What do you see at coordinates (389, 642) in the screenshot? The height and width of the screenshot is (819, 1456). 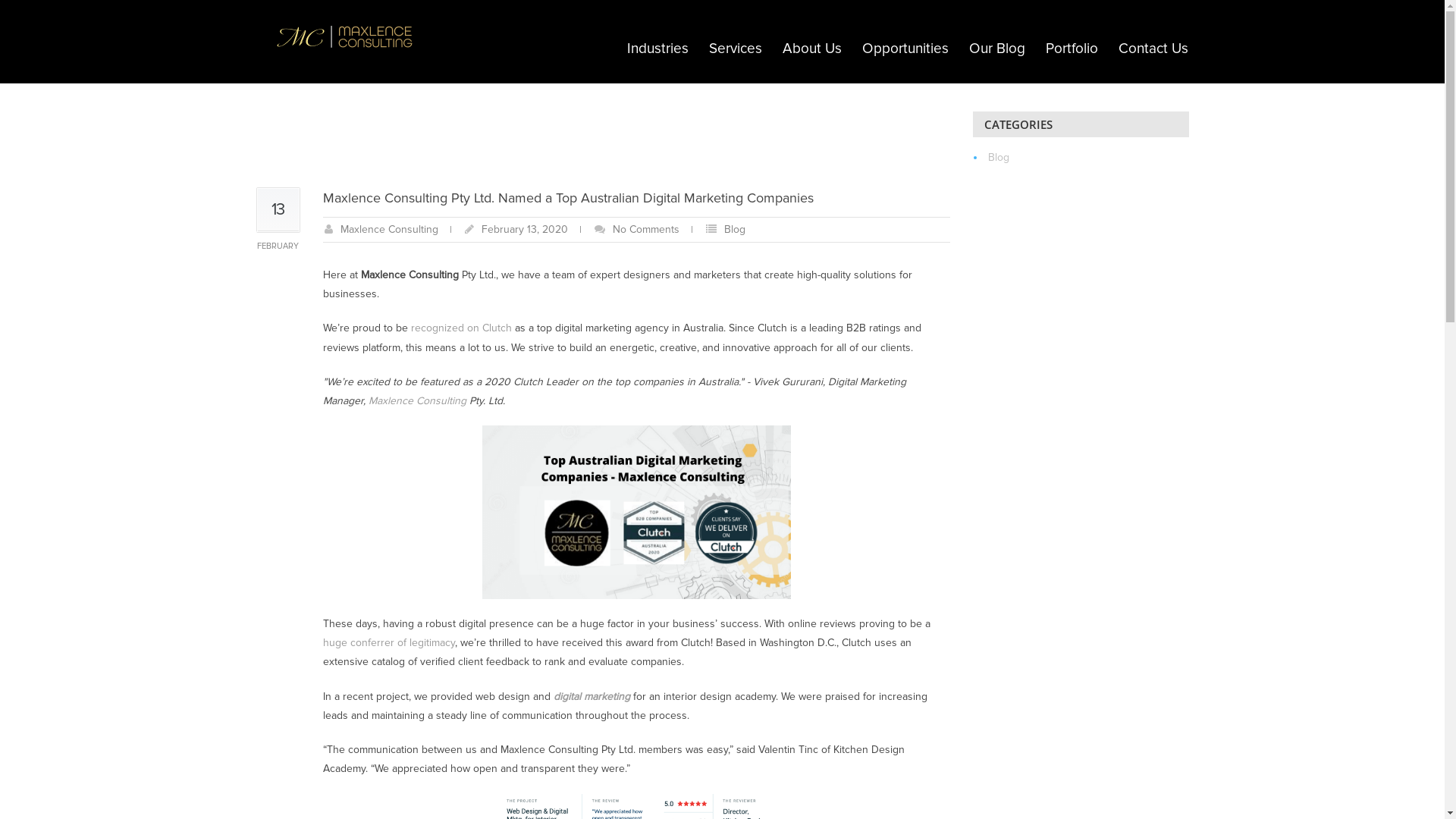 I see `'huge conferrer of legitimacy'` at bounding box center [389, 642].